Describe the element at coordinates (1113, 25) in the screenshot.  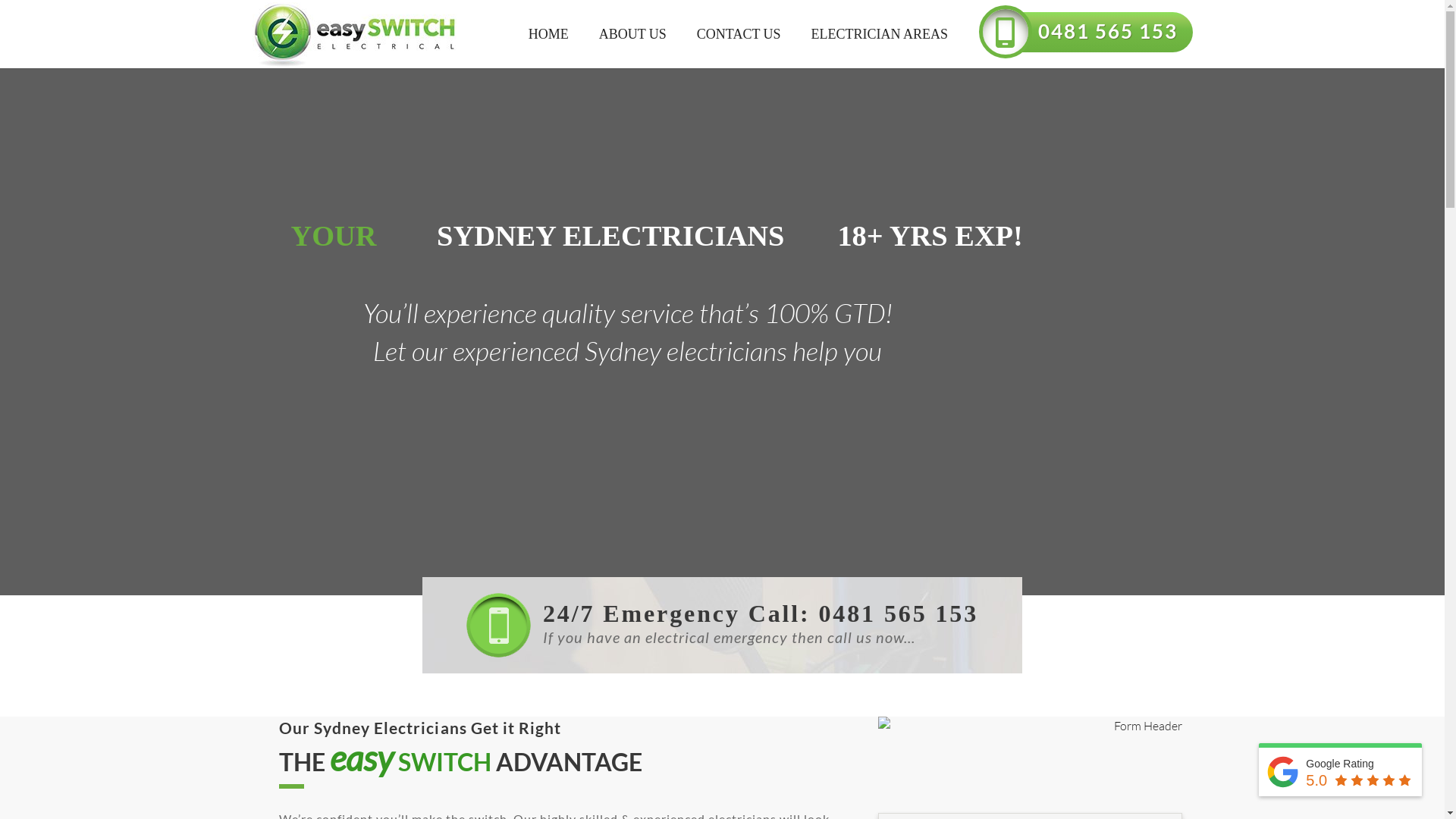
I see `'0481 565 153'` at that location.